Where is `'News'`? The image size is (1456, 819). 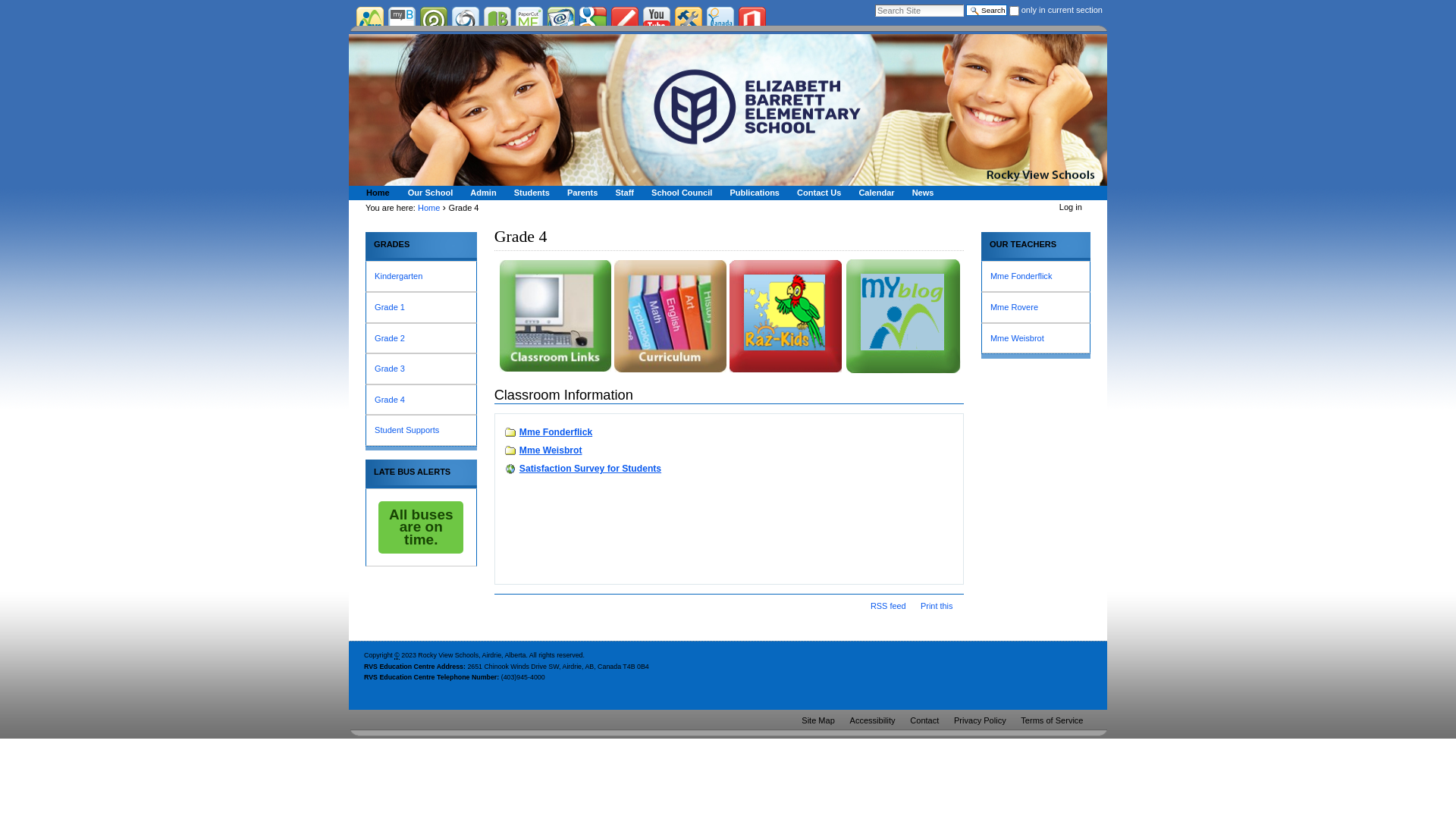 'News' is located at coordinates (920, 192).